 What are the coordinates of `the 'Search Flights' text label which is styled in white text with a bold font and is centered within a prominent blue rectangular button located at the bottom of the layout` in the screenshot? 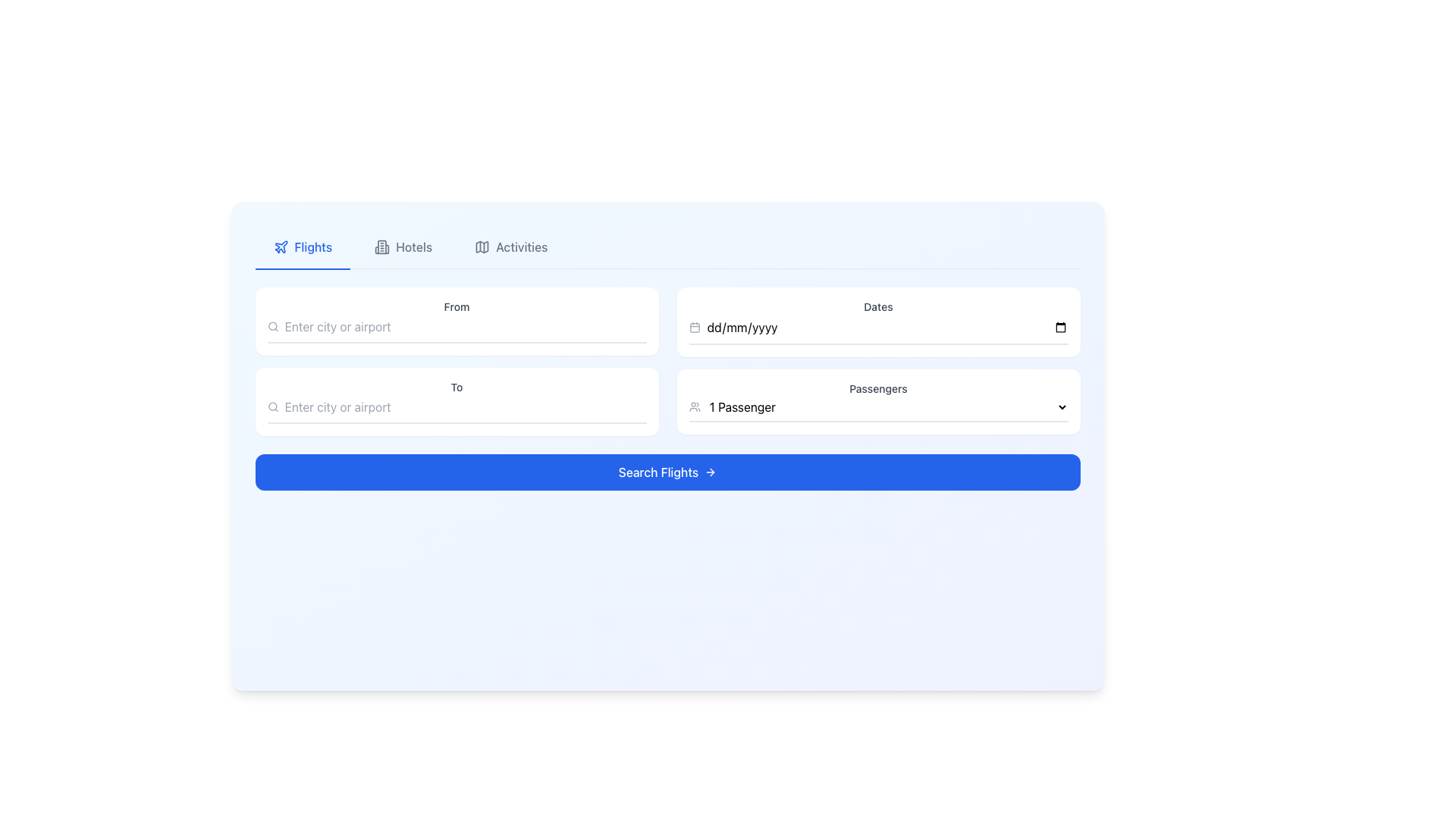 It's located at (658, 472).